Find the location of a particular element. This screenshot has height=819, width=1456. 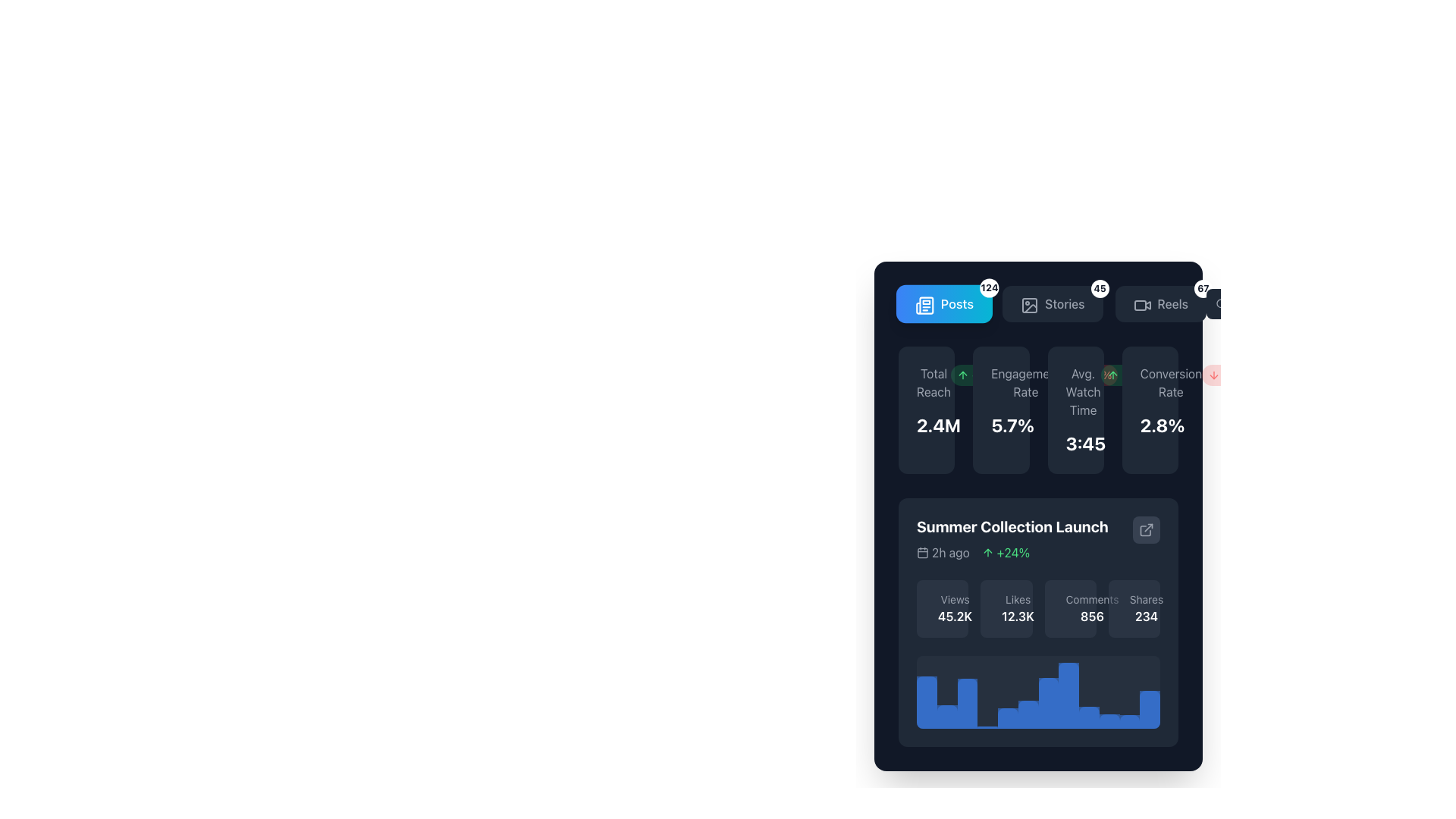

the fourth vertical histogram bar, which is a narrow bar with a rounded top filled with semi-transparent blue, located at the bottom of the interface is located at coordinates (987, 726).